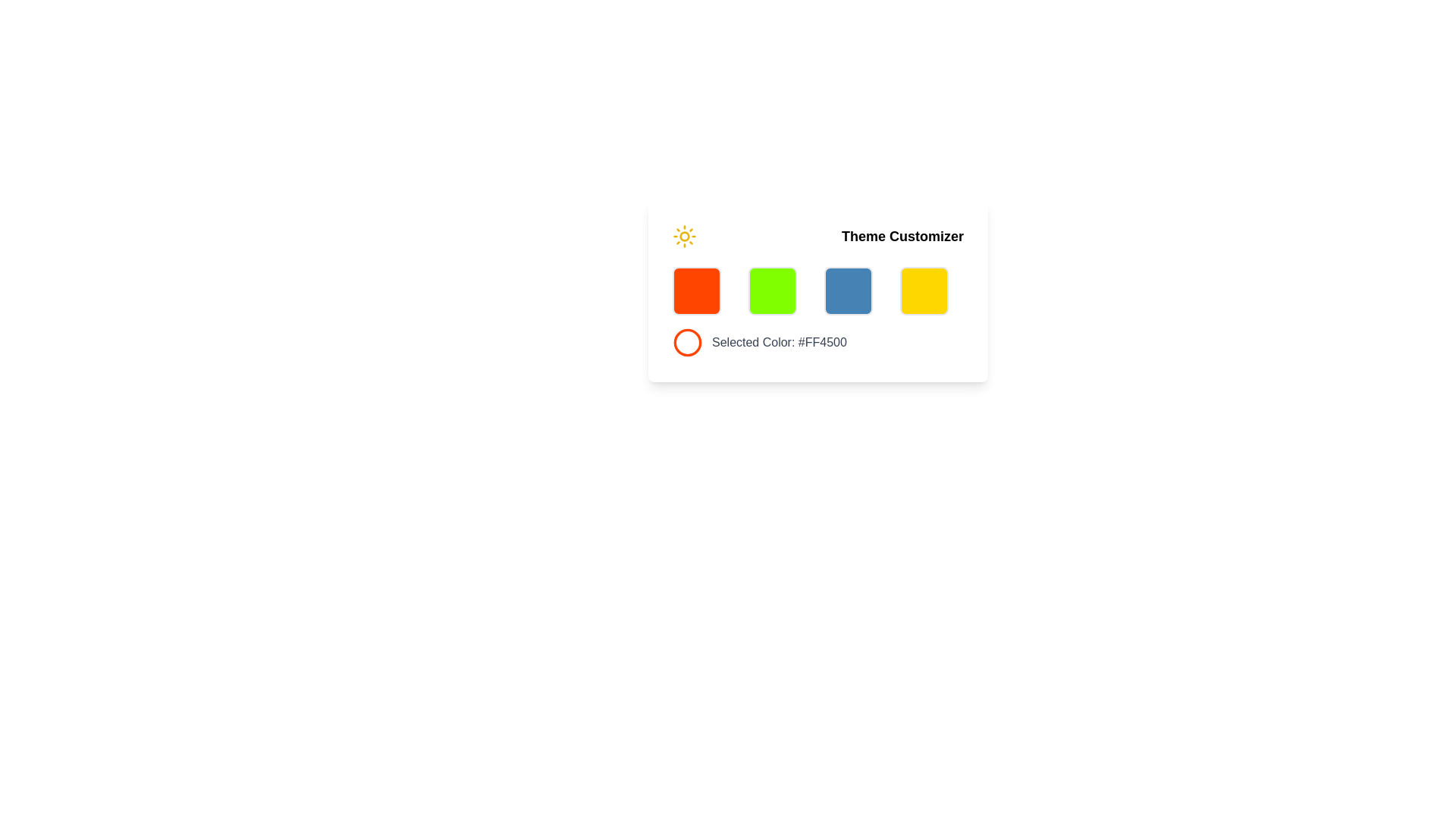 Image resolution: width=1456 pixels, height=819 pixels. What do you see at coordinates (772, 291) in the screenshot?
I see `the second button from the left` at bounding box center [772, 291].